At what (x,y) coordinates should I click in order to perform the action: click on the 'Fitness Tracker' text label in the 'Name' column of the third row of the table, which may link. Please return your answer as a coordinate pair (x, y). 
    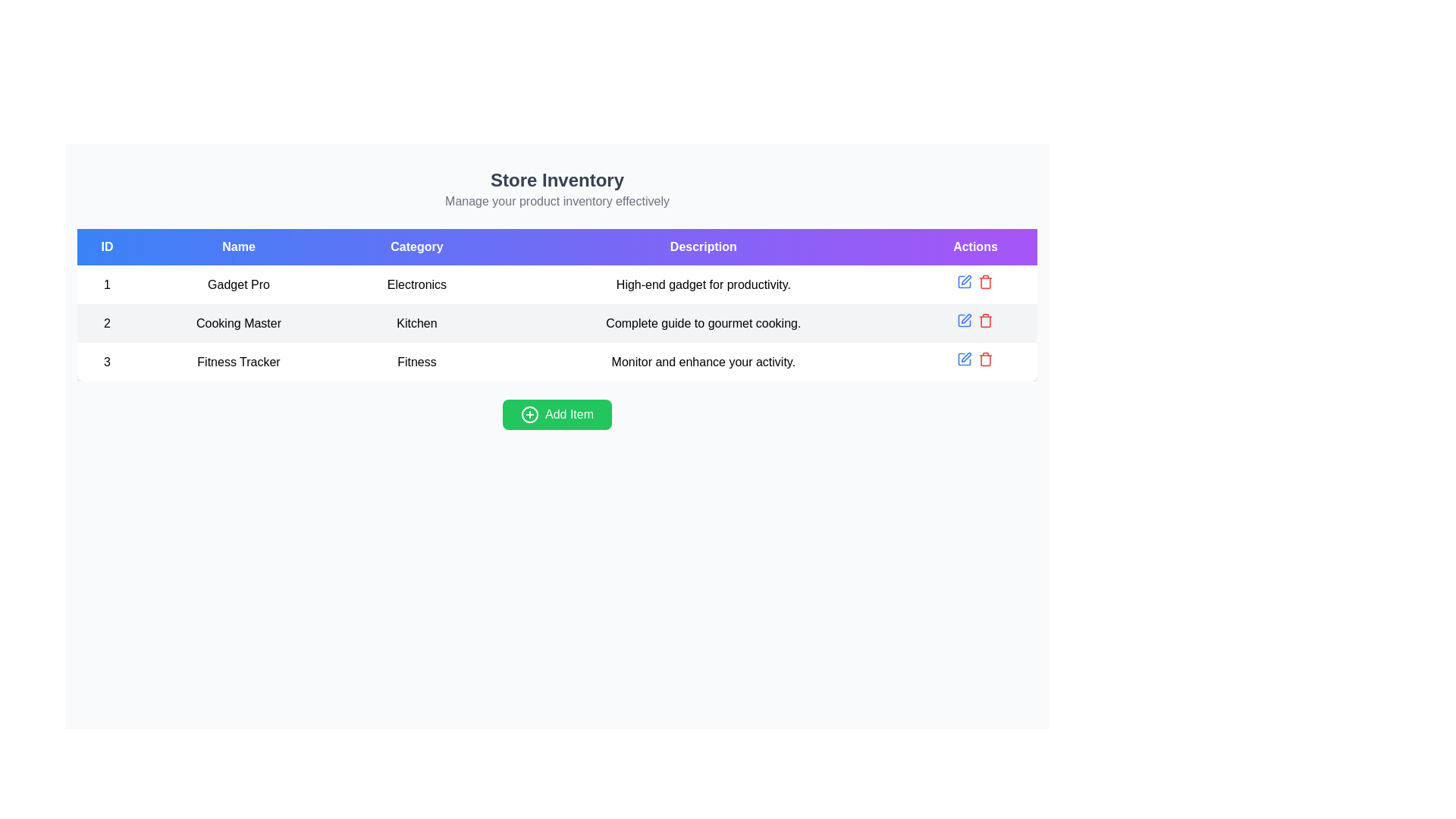
    Looking at the image, I should click on (238, 362).